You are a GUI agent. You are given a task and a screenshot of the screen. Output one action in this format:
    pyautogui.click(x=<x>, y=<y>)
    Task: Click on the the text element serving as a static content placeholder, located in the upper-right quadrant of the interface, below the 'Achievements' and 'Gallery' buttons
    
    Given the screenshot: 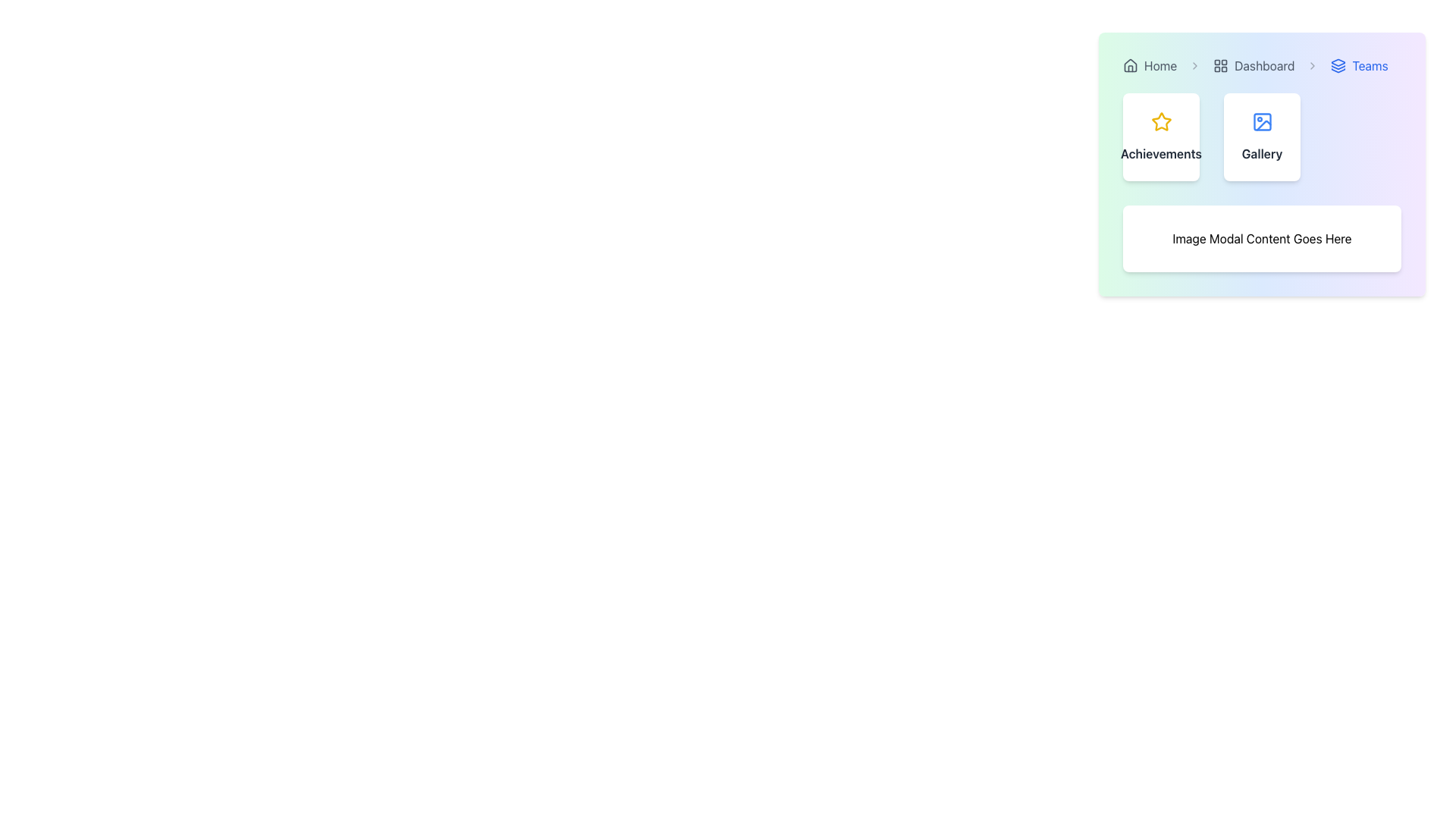 What is the action you would take?
    pyautogui.click(x=1262, y=239)
    